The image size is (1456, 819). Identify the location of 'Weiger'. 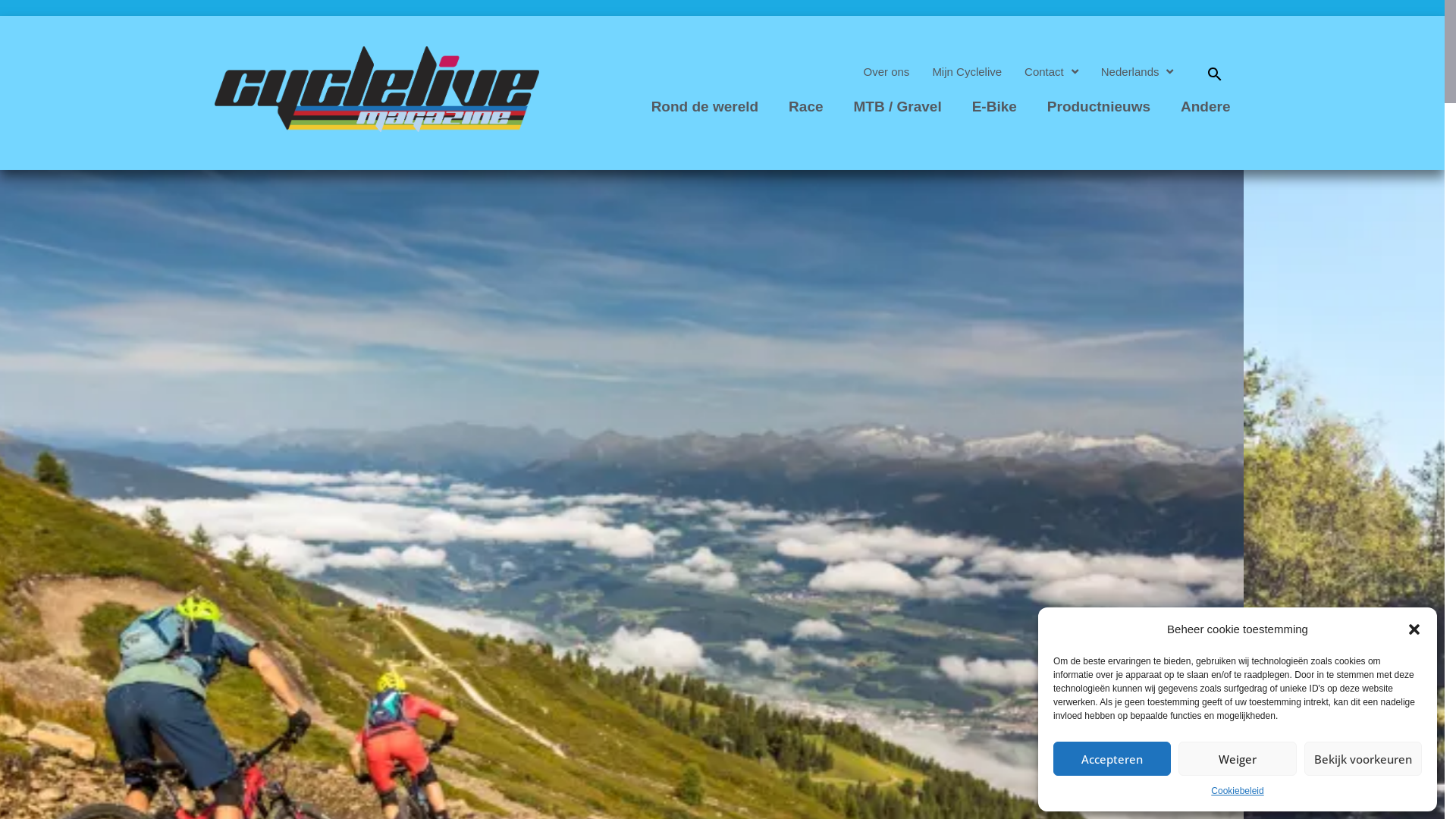
(1237, 758).